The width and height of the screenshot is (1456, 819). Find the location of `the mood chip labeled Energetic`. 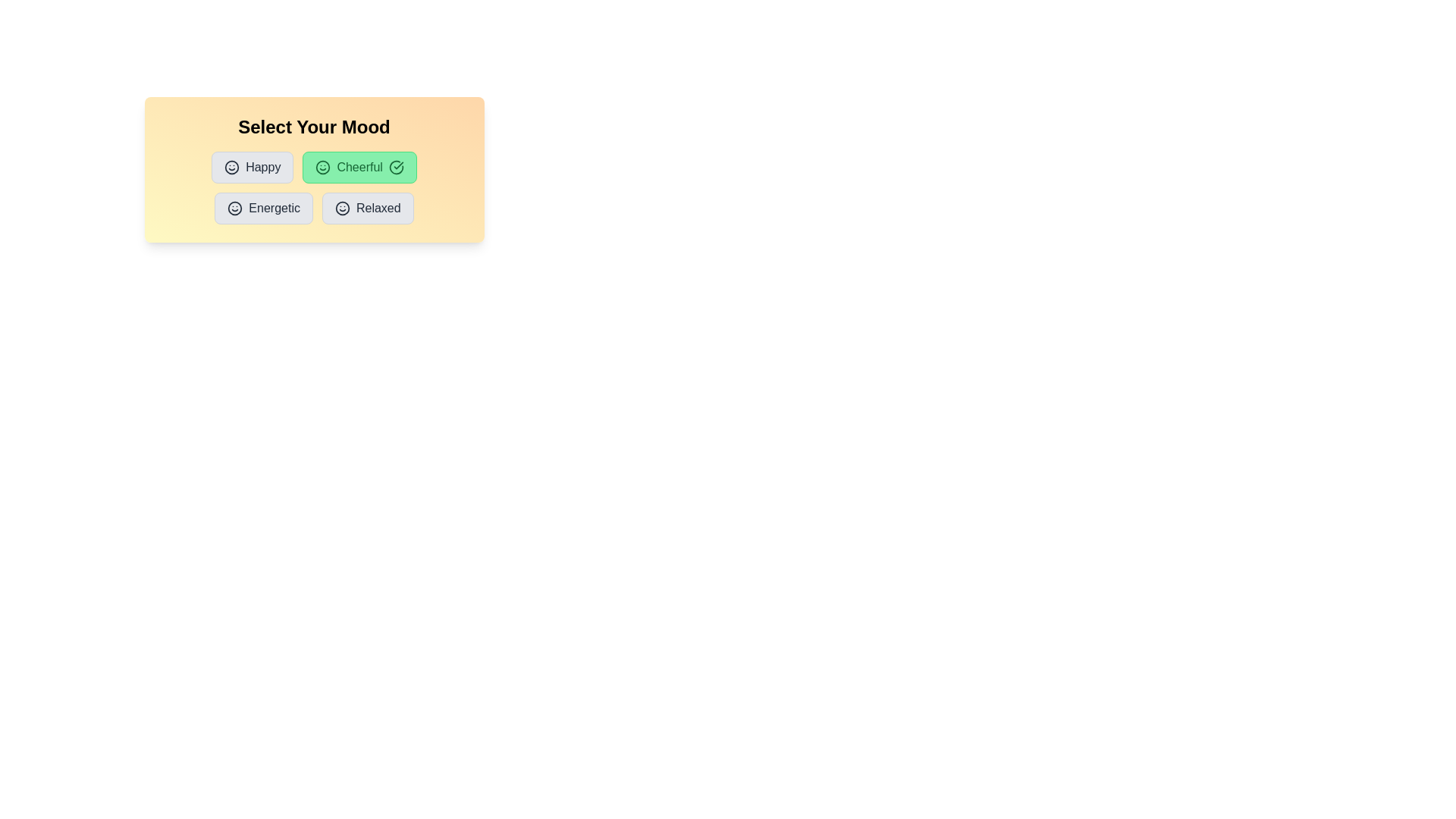

the mood chip labeled Energetic is located at coordinates (264, 208).